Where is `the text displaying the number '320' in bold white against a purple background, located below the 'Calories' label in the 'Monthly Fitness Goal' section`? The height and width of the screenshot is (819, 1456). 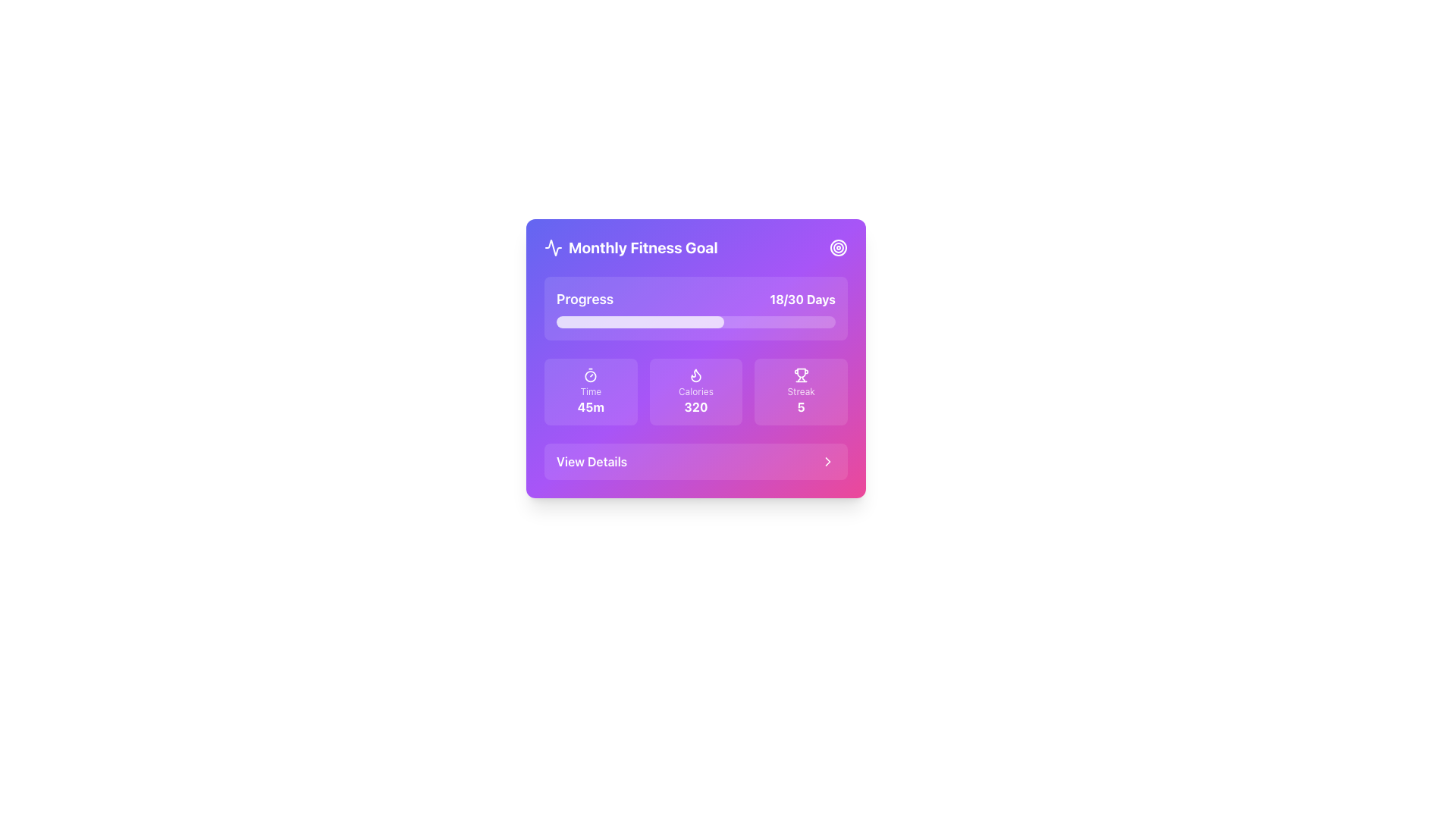
the text displaying the number '320' in bold white against a purple background, located below the 'Calories' label in the 'Monthly Fitness Goal' section is located at coordinates (695, 406).